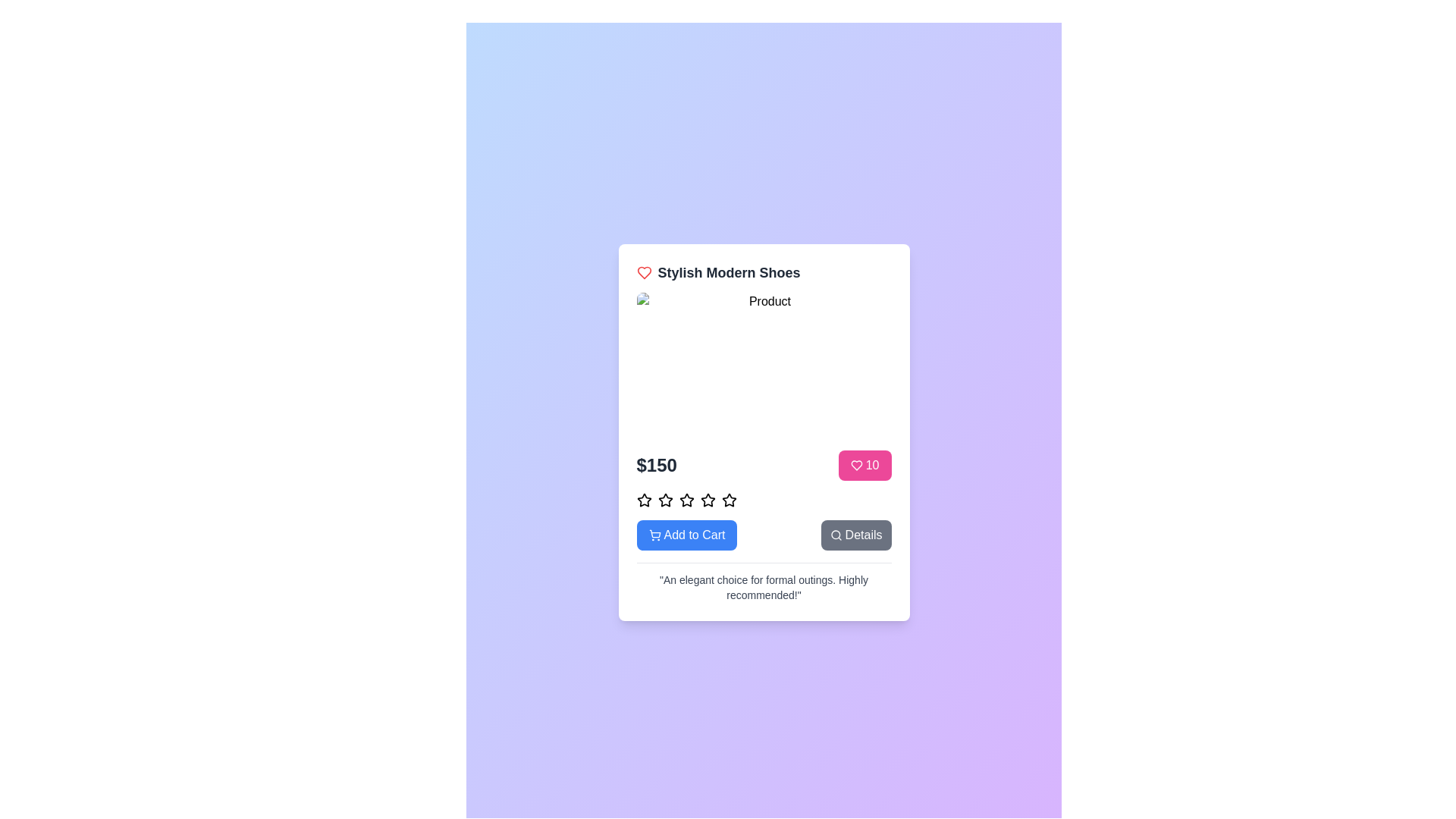  I want to click on a selection across the five star icons starting from the first star, so click(644, 537).